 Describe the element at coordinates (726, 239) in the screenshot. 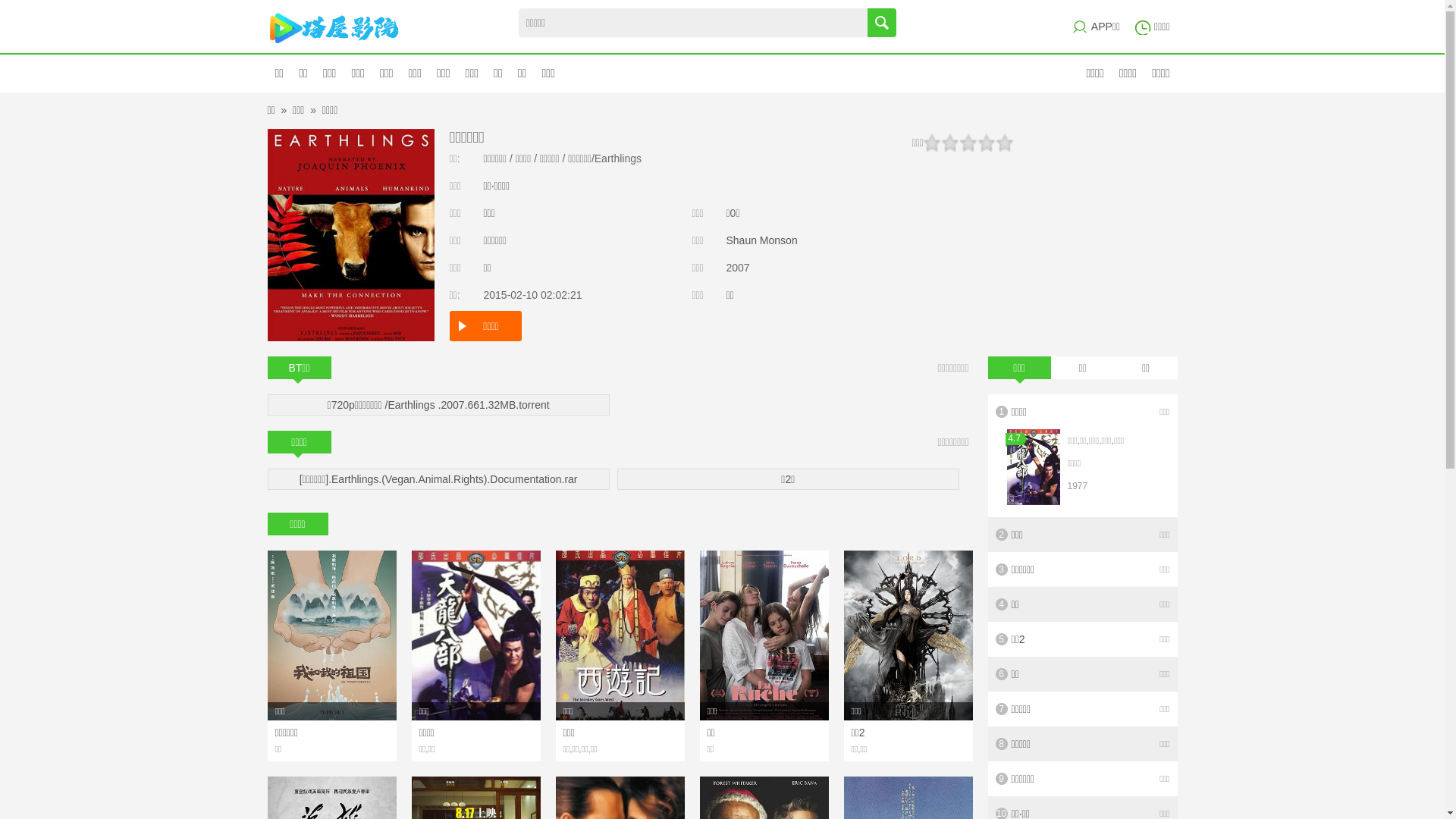

I see `'Shaun Monson'` at that location.